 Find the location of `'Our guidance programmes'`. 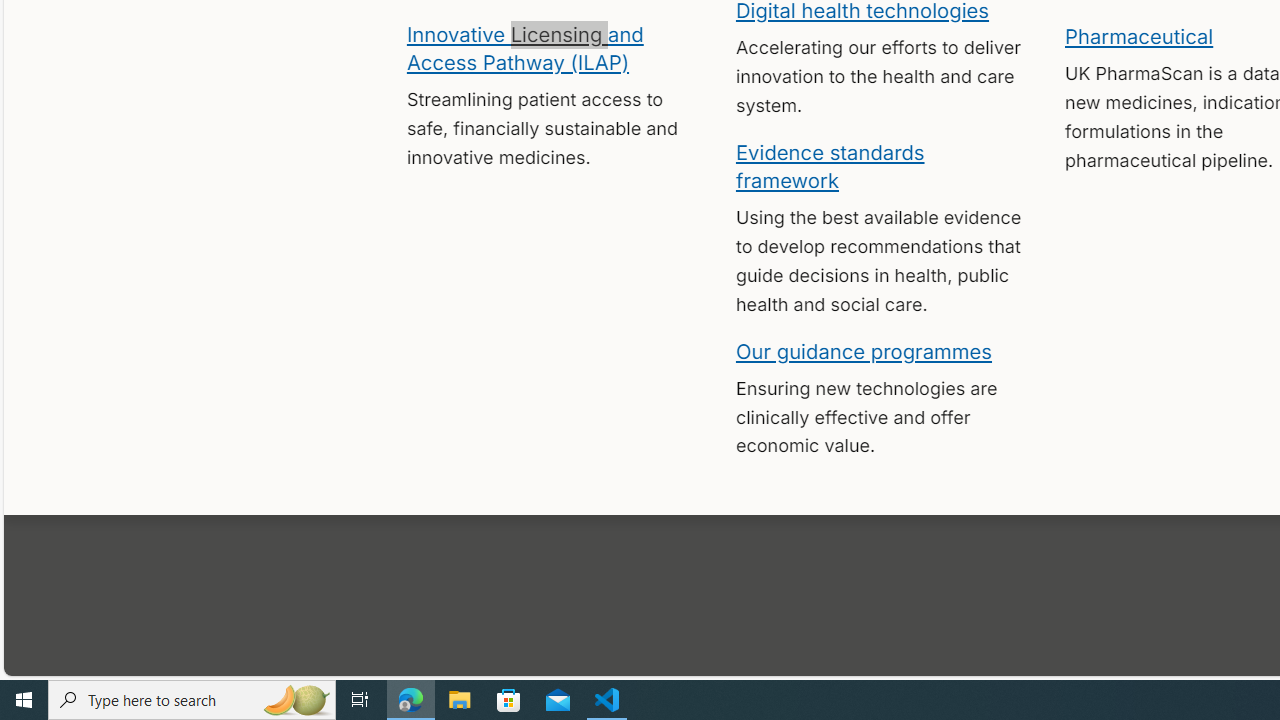

'Our guidance programmes' is located at coordinates (864, 350).